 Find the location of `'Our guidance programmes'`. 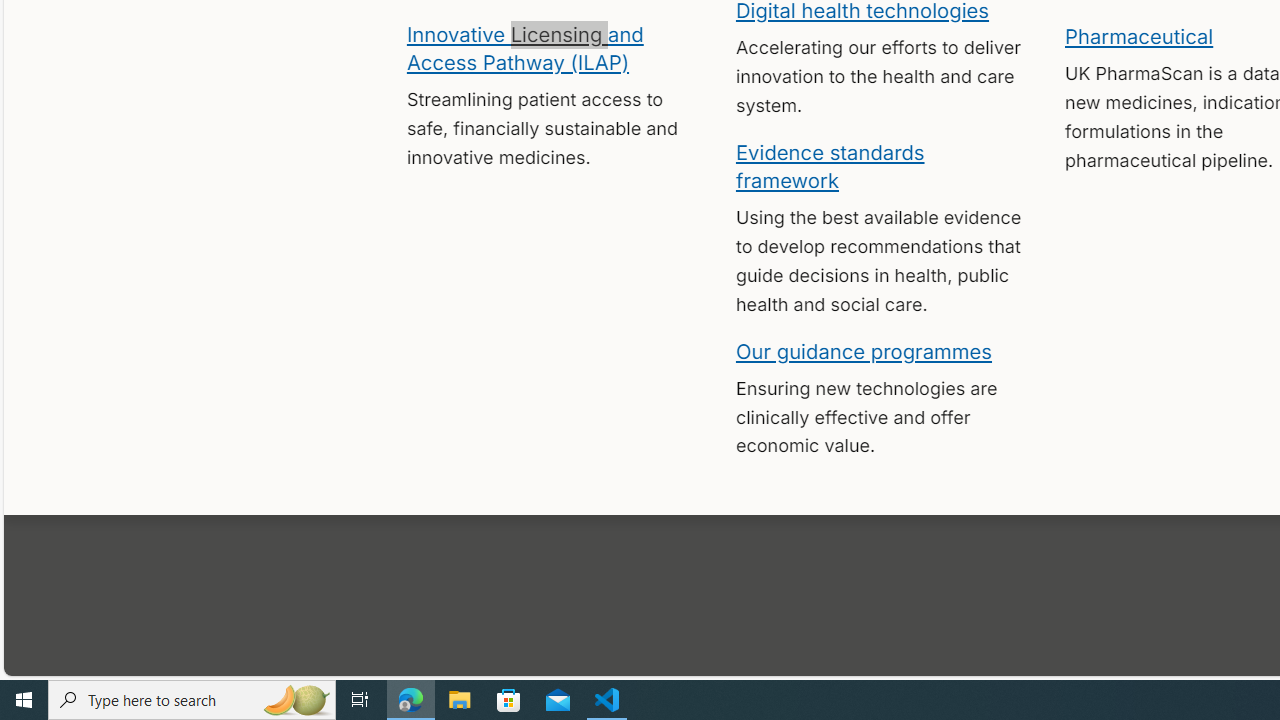

'Our guidance programmes' is located at coordinates (864, 350).